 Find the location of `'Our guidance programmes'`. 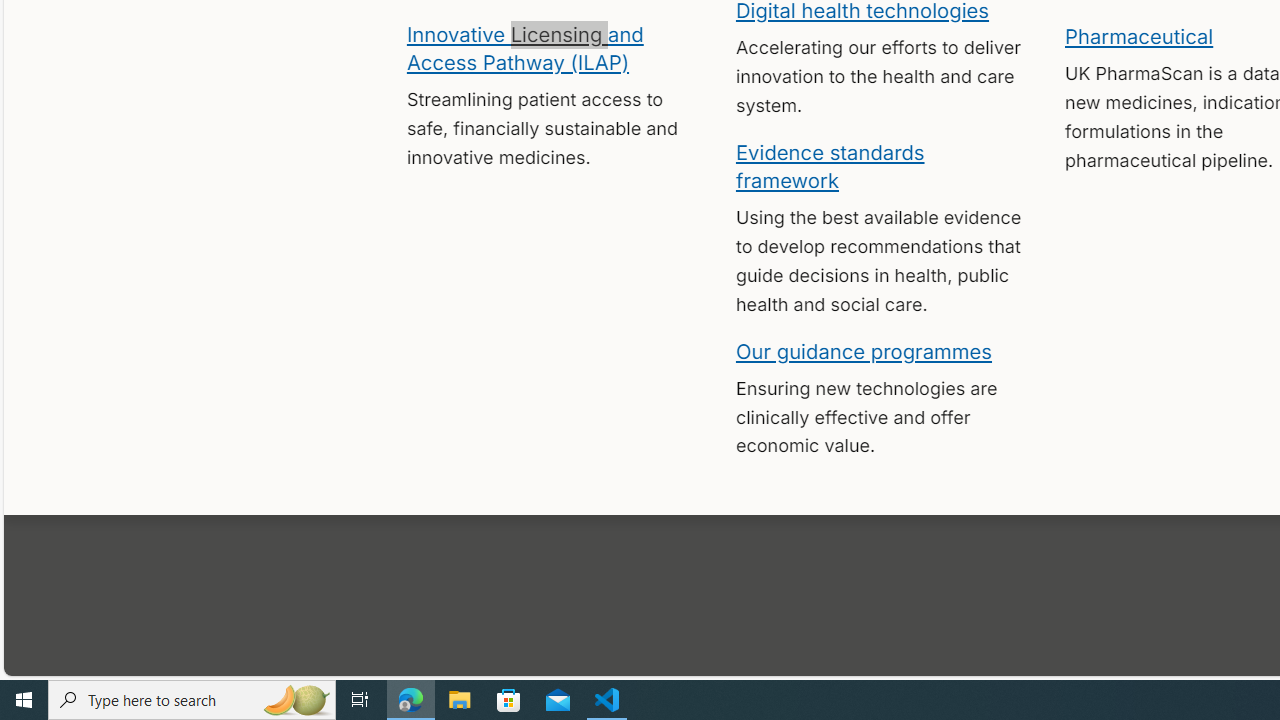

'Our guidance programmes' is located at coordinates (864, 350).